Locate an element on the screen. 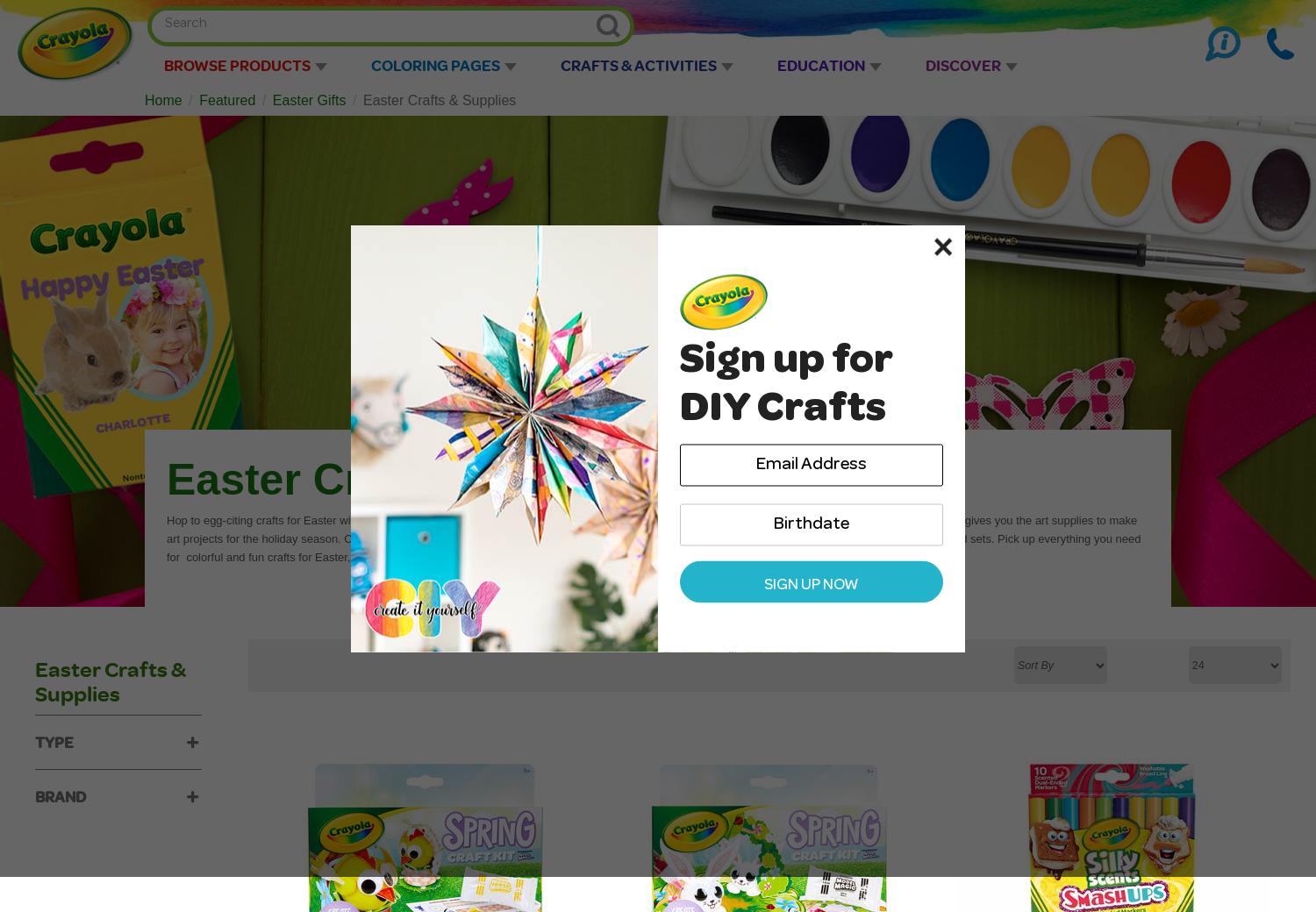  'Coloring Pages' is located at coordinates (434, 64).